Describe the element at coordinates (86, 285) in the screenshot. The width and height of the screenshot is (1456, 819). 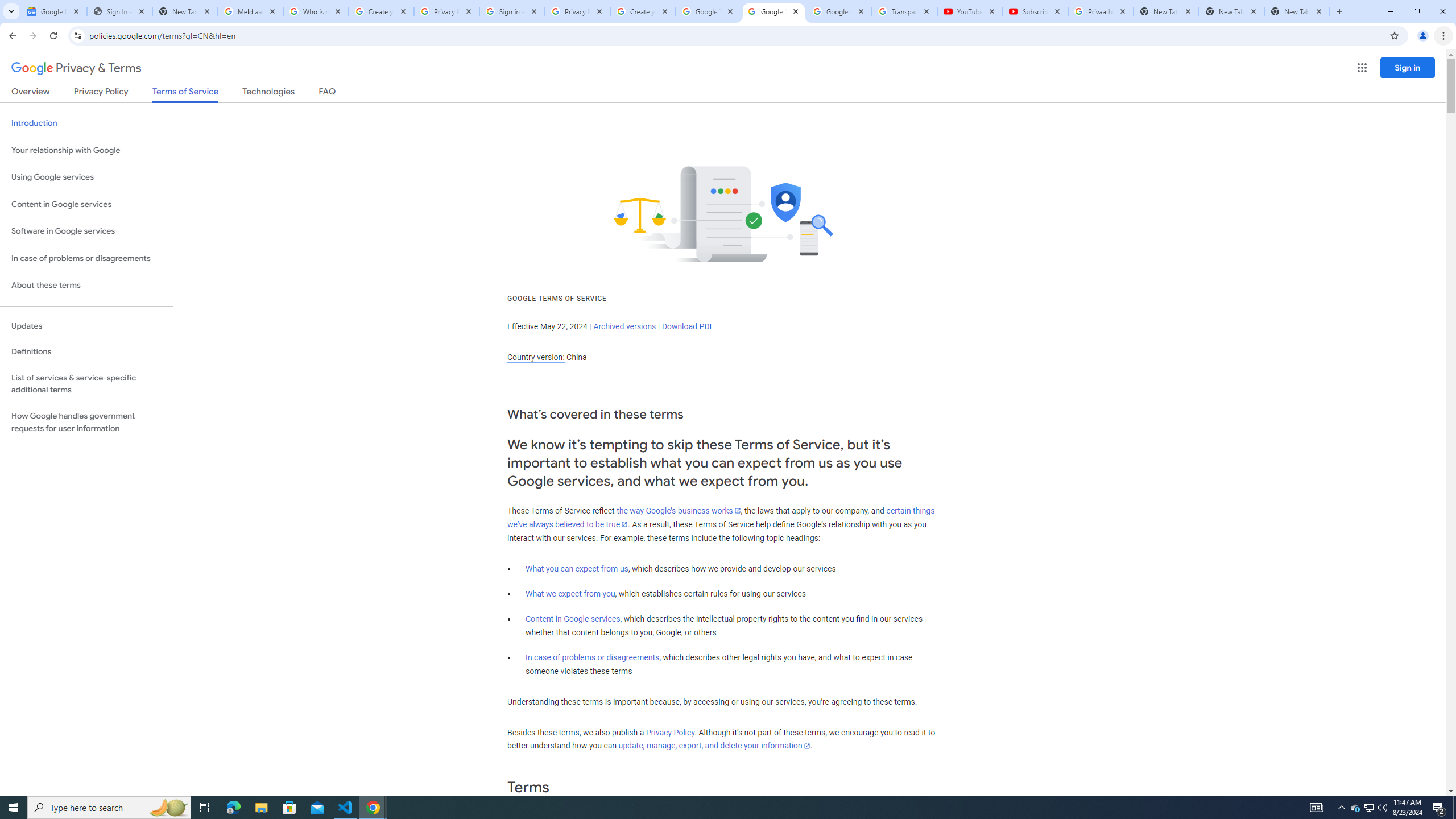
I see `'About these terms'` at that location.